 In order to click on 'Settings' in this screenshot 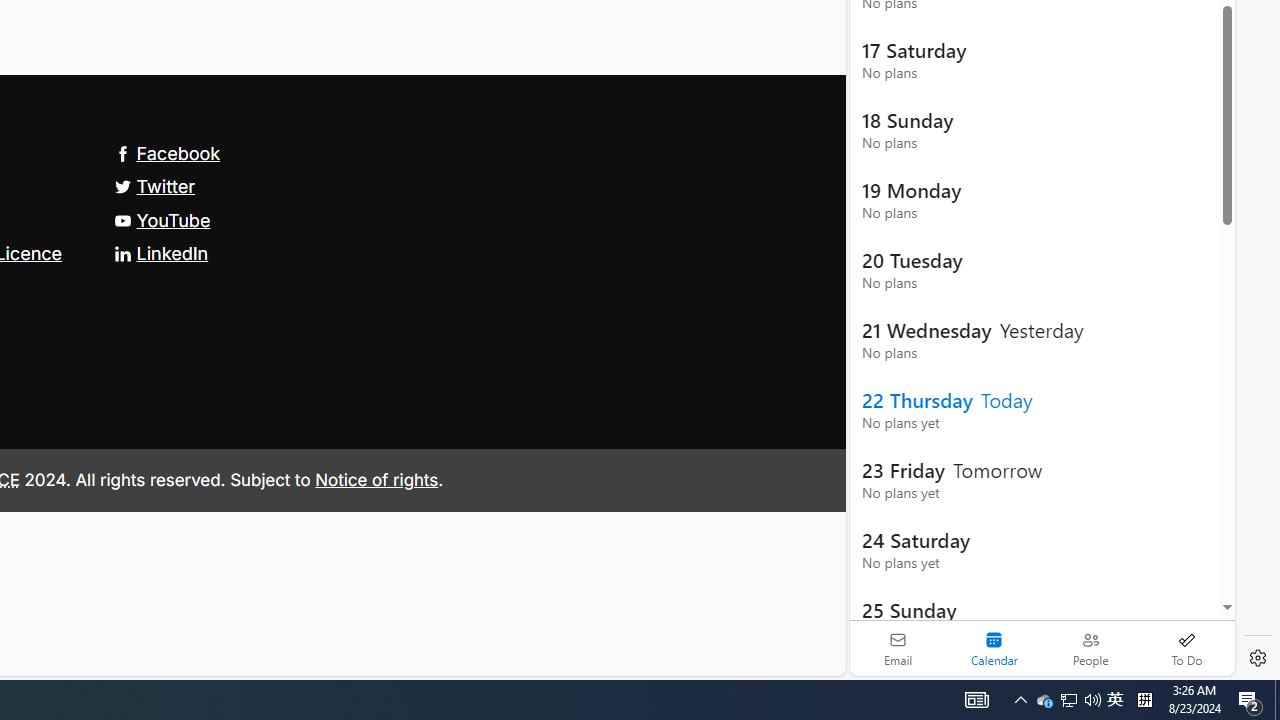, I will do `click(1257, 658)`.